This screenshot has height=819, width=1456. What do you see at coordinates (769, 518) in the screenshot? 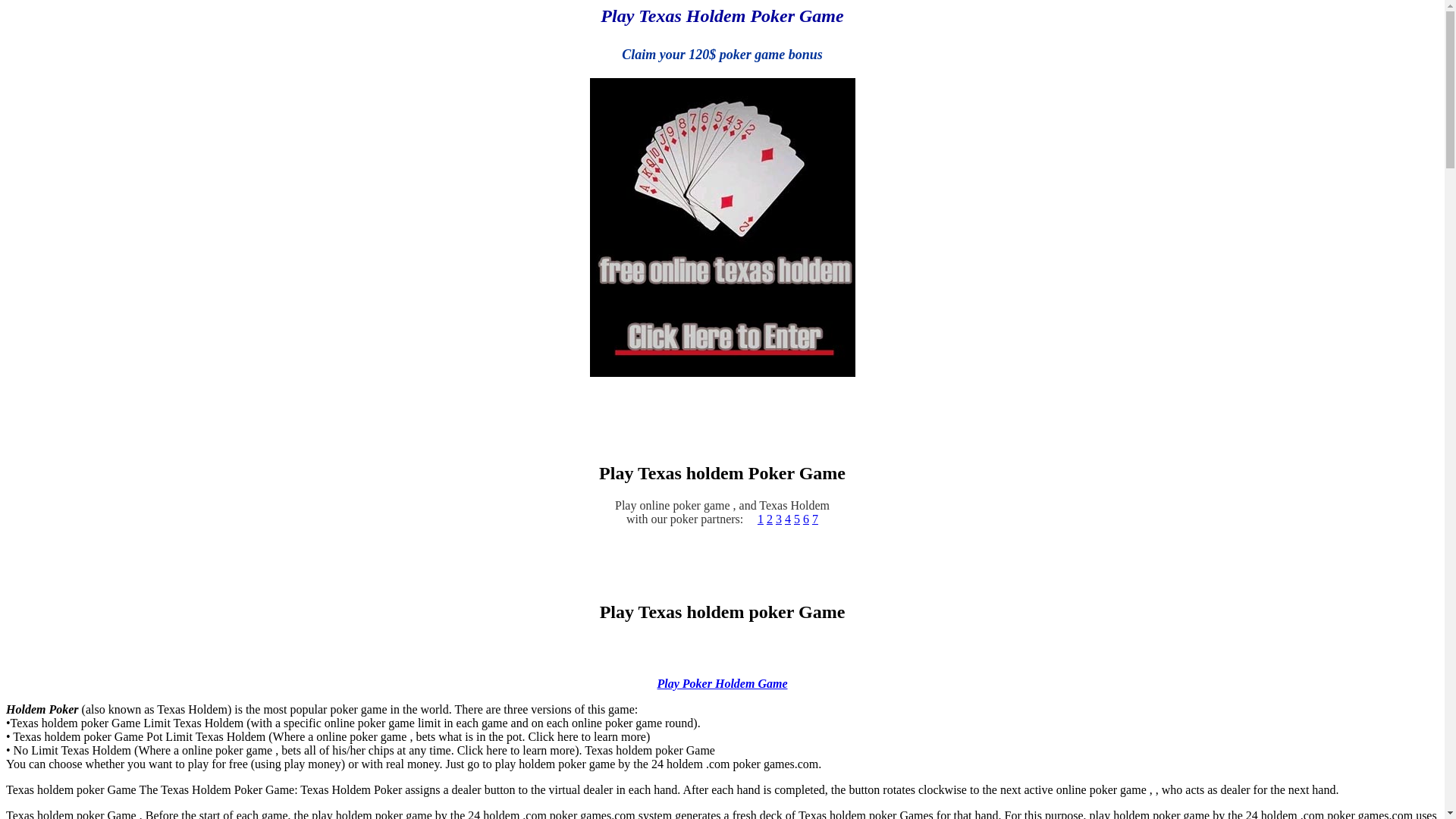
I see `'2'` at bounding box center [769, 518].